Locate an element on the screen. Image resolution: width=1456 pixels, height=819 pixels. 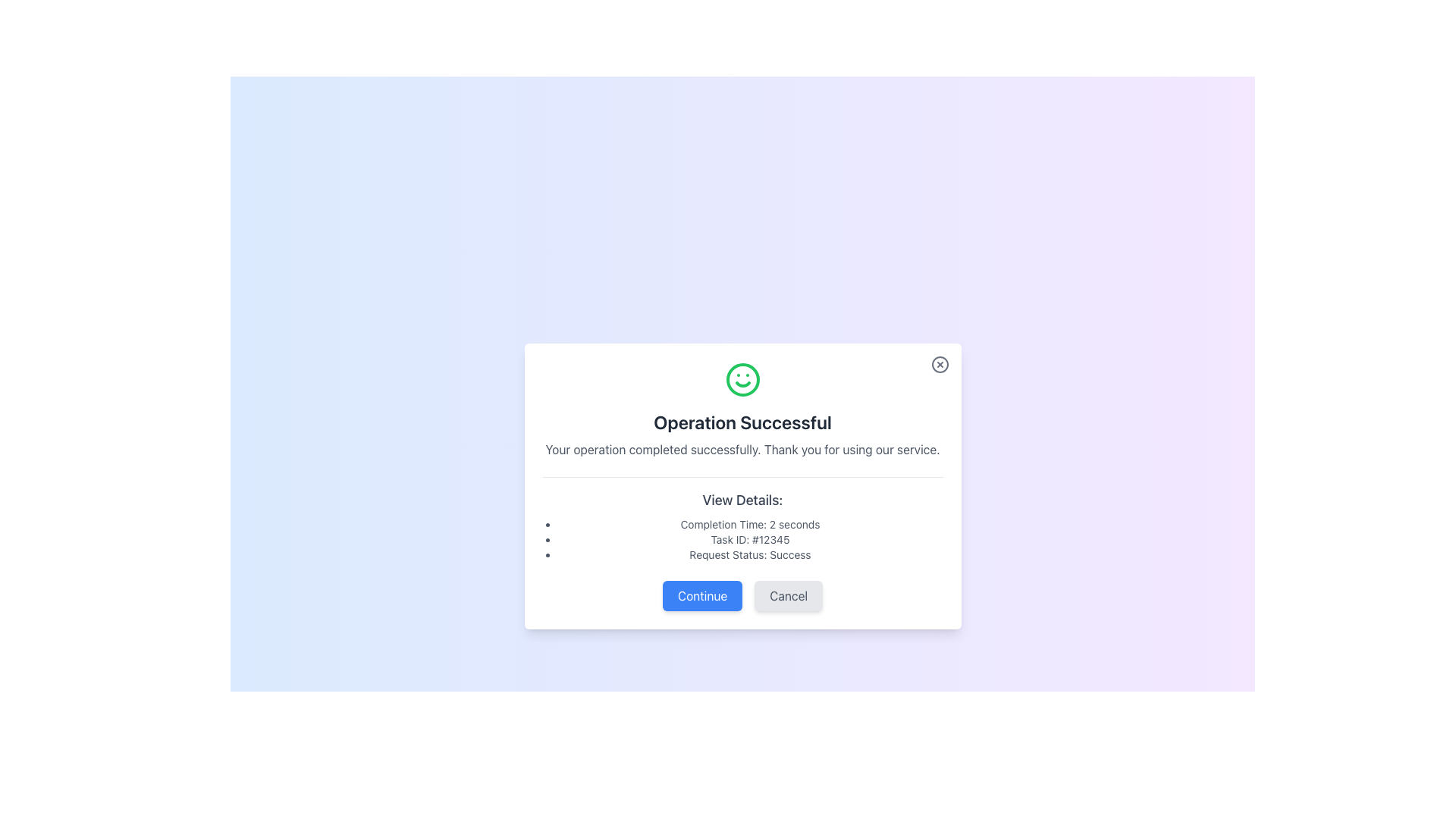
the curved line forming the lower part of the smiley face icon, which represents the mouth and is visually styled to match the surrounding elements is located at coordinates (742, 383).